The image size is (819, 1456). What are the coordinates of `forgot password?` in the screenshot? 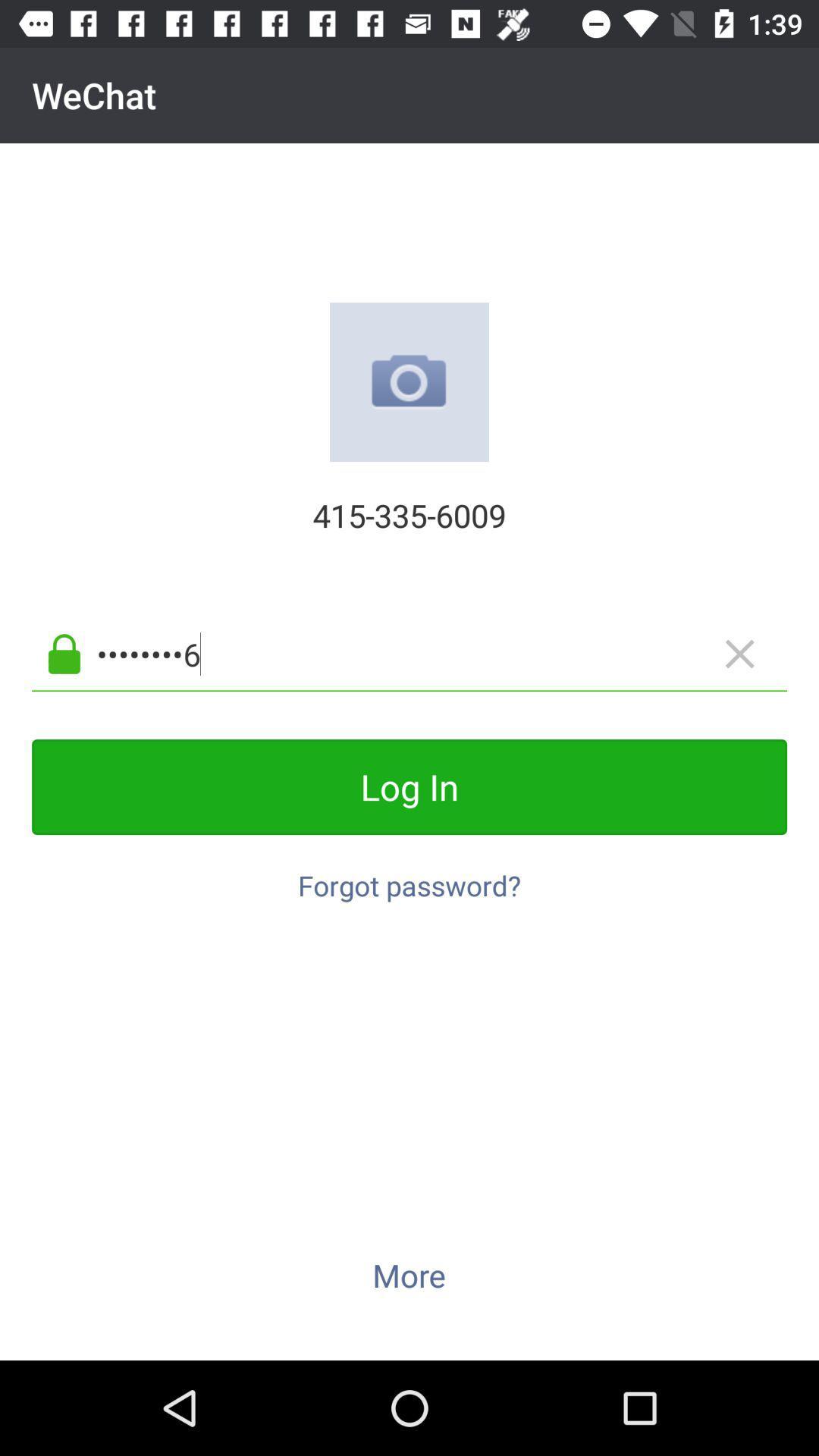 It's located at (409, 877).